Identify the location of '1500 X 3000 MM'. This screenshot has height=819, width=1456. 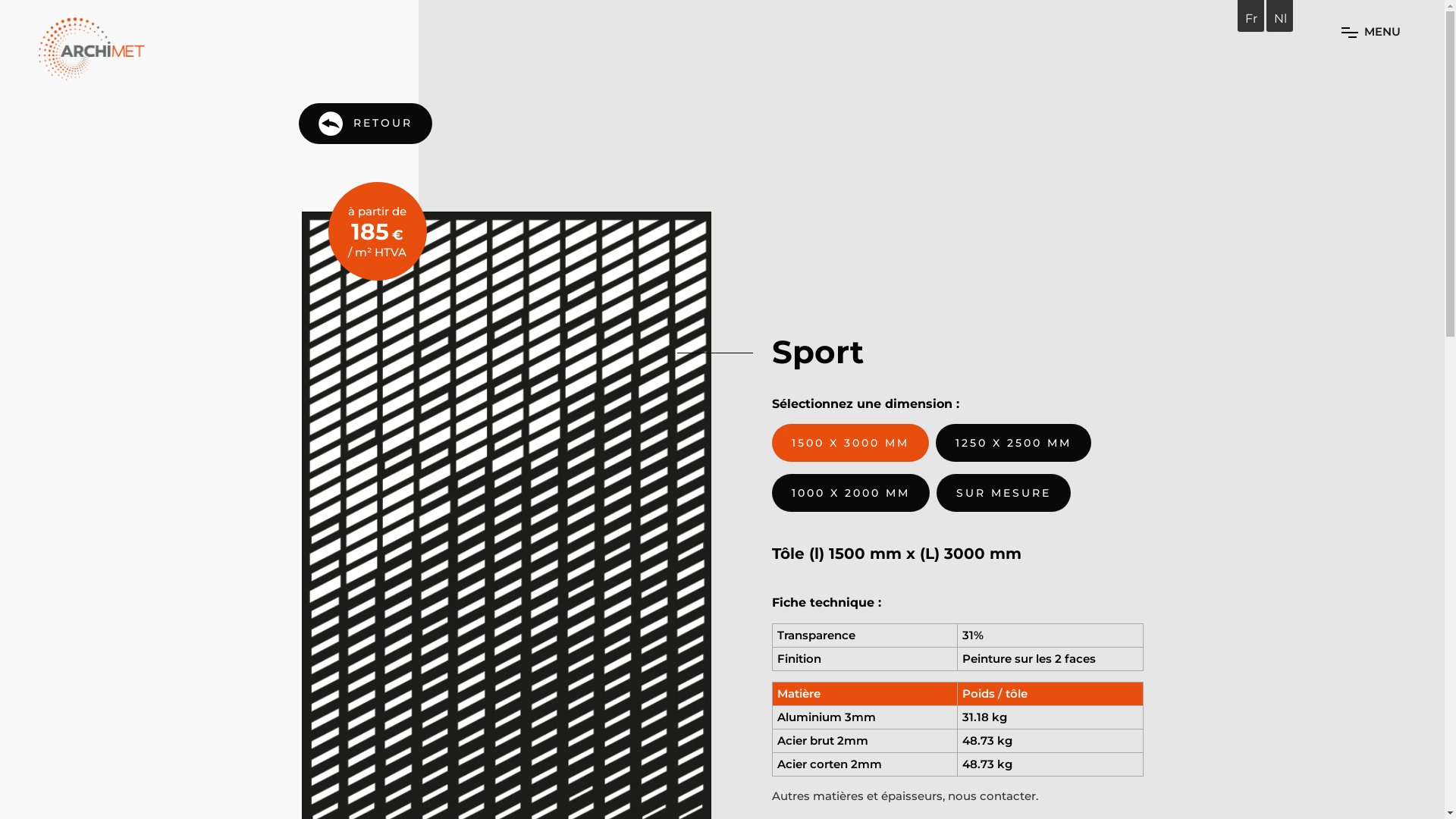
(850, 442).